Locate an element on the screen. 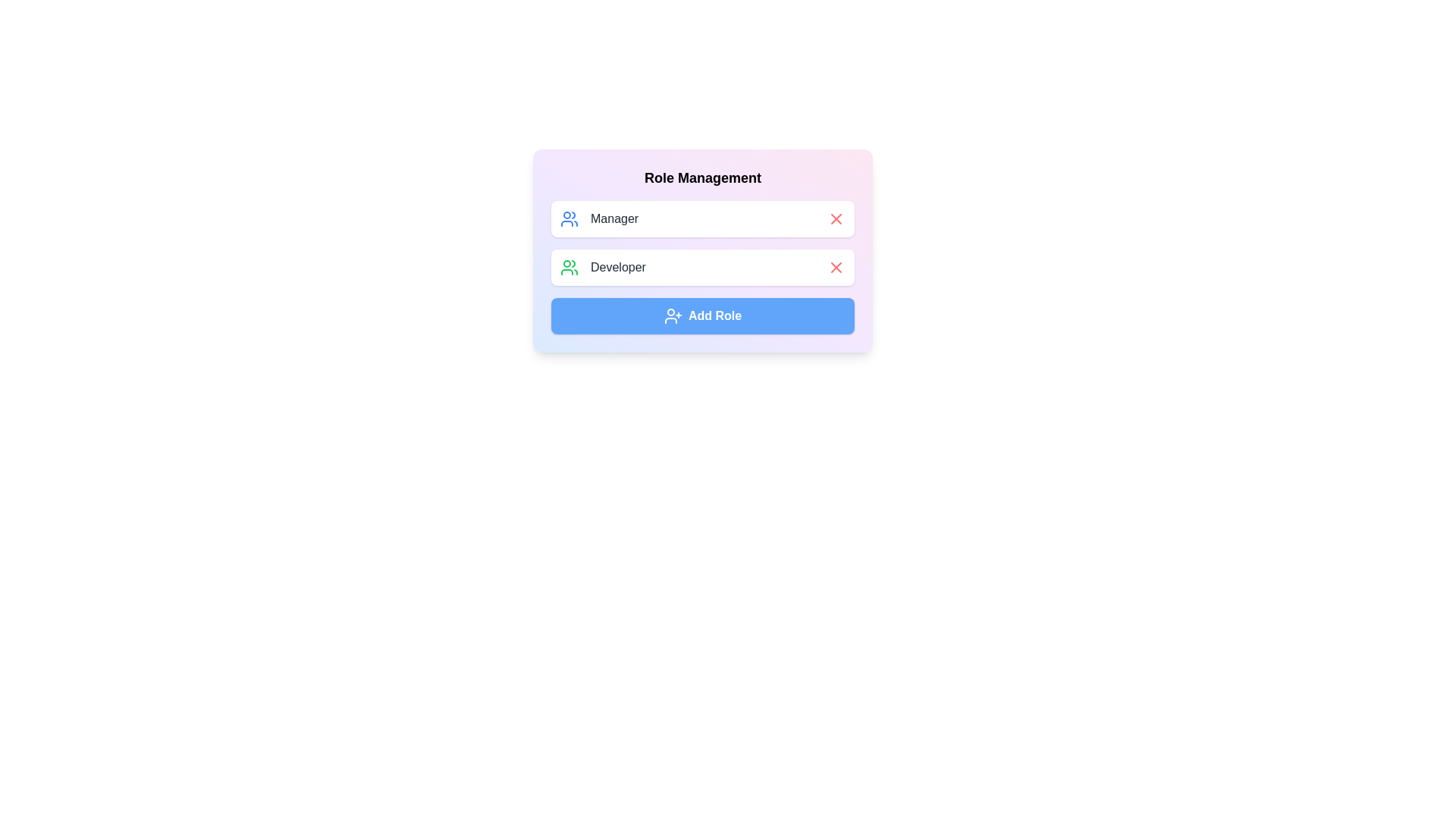 The width and height of the screenshot is (1456, 819). the role text 'Manager' to select it is located at coordinates (614, 219).